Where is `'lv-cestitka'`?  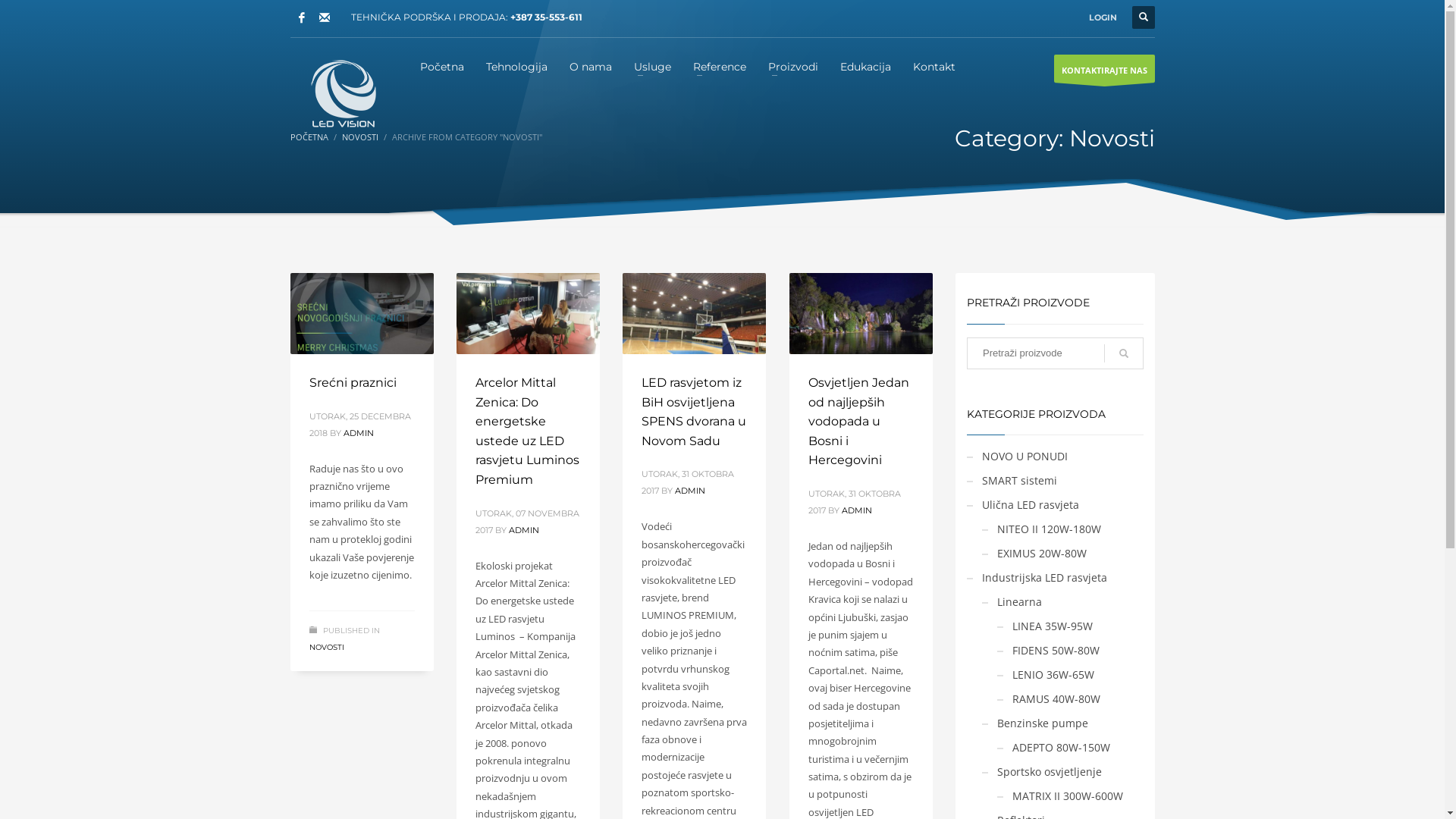 'lv-cestitka' is located at coordinates (360, 312).